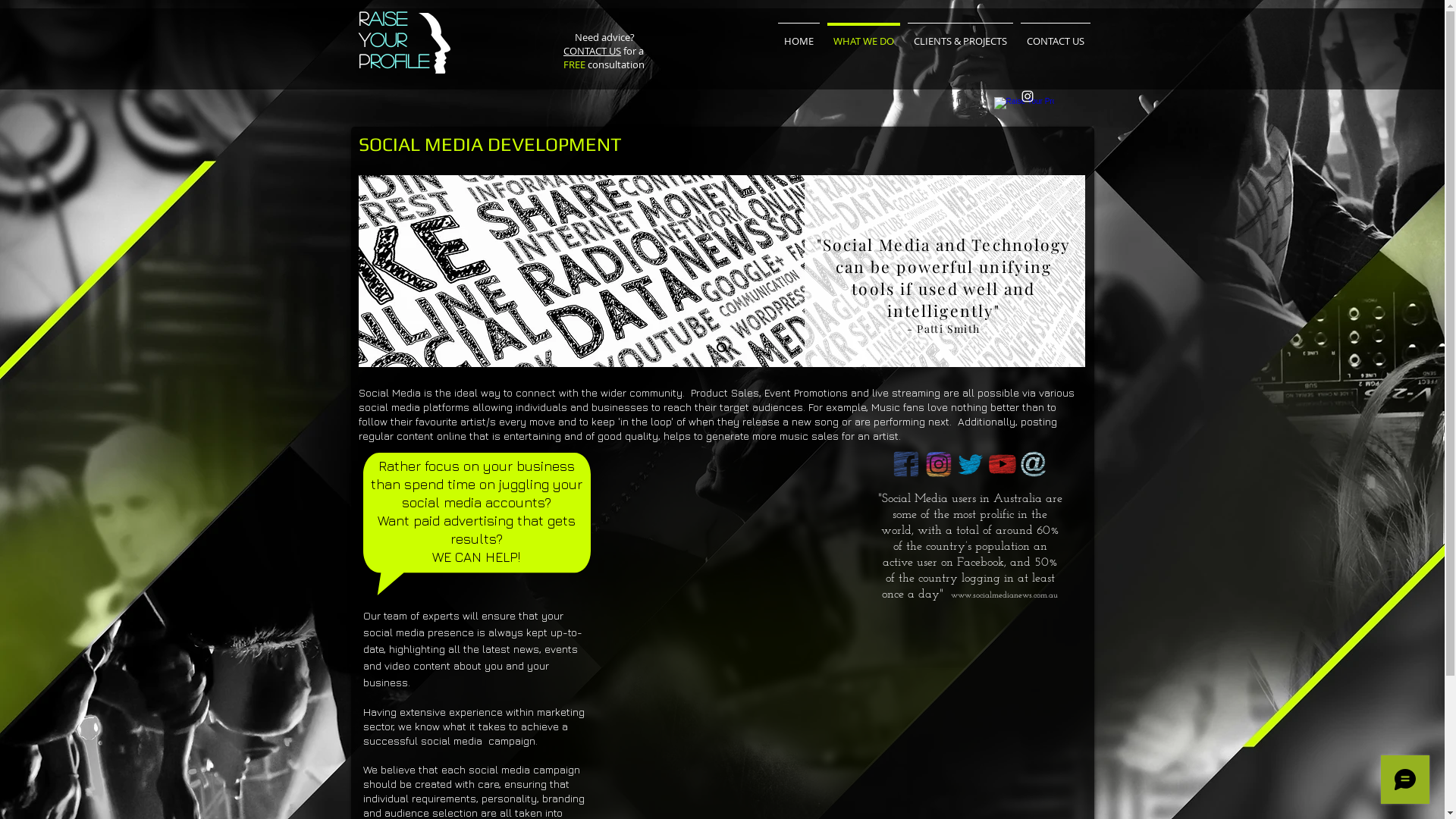  I want to click on 'www.socialmedianews.com.au', so click(949, 595).